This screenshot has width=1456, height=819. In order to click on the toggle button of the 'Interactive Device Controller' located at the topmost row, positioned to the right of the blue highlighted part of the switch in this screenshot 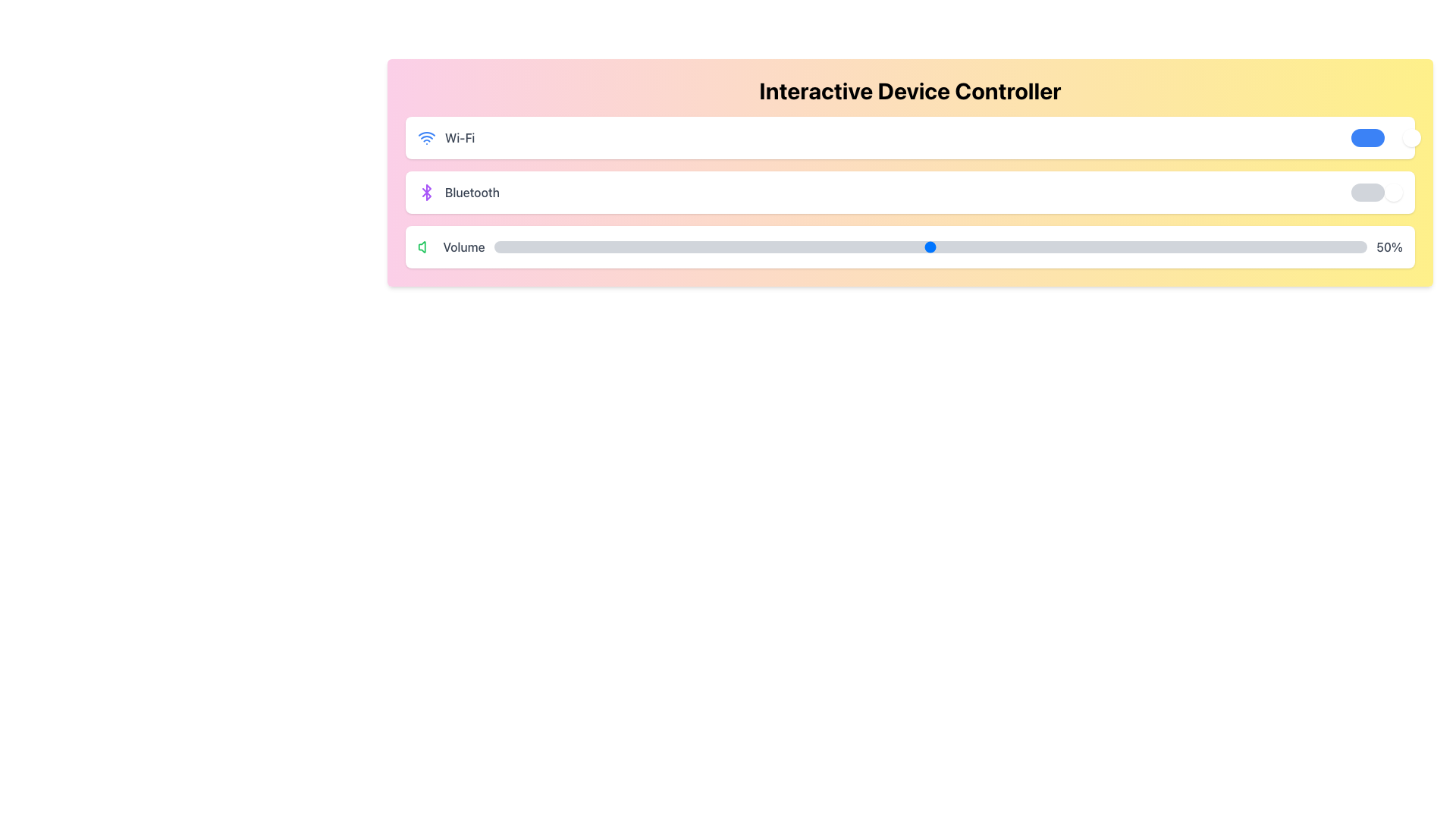, I will do `click(1411, 137)`.